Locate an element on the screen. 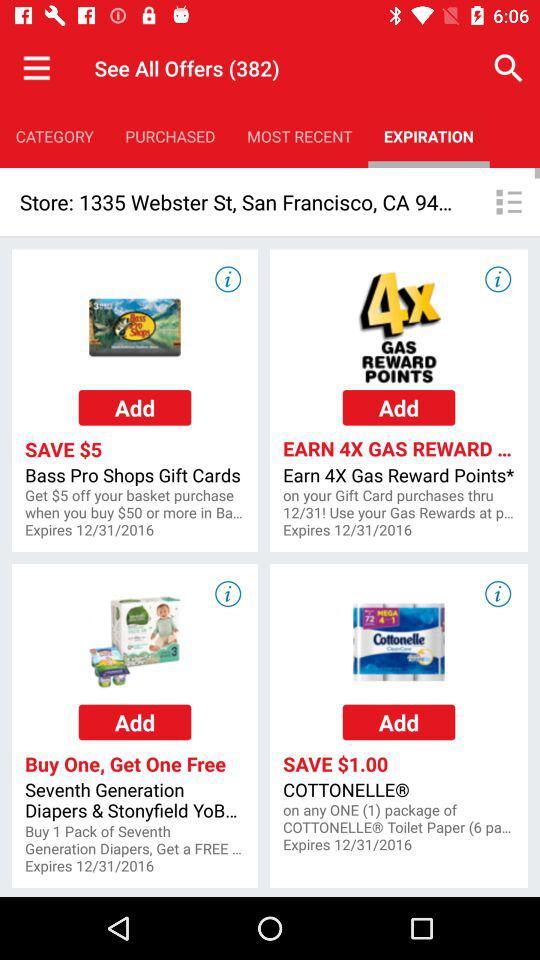  app to the left of earn 4x gas app is located at coordinates (135, 503).